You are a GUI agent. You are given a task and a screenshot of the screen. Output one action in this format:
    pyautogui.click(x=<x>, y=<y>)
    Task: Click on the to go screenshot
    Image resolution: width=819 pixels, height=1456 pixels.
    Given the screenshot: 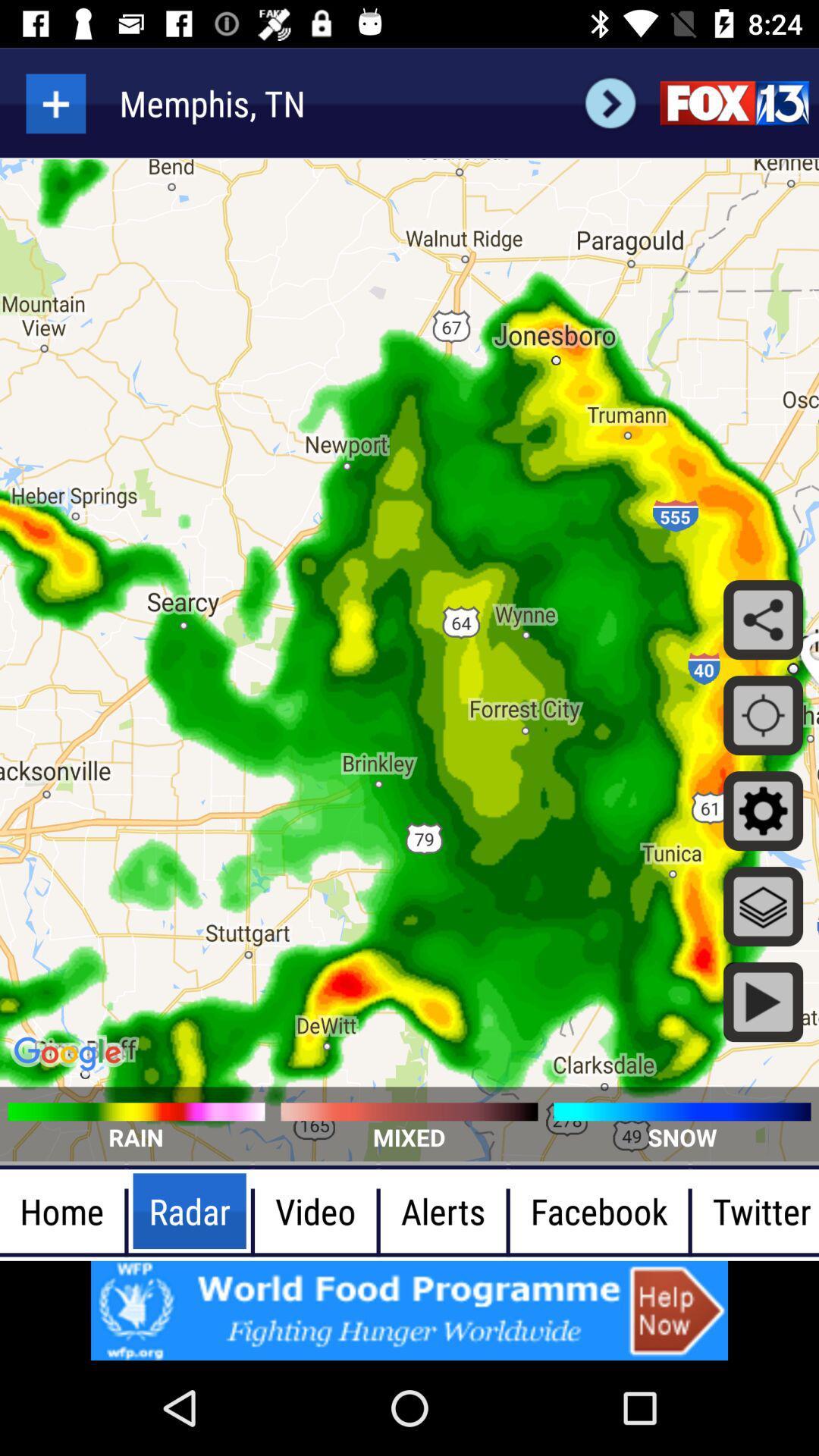 What is the action you would take?
    pyautogui.click(x=55, y=102)
    